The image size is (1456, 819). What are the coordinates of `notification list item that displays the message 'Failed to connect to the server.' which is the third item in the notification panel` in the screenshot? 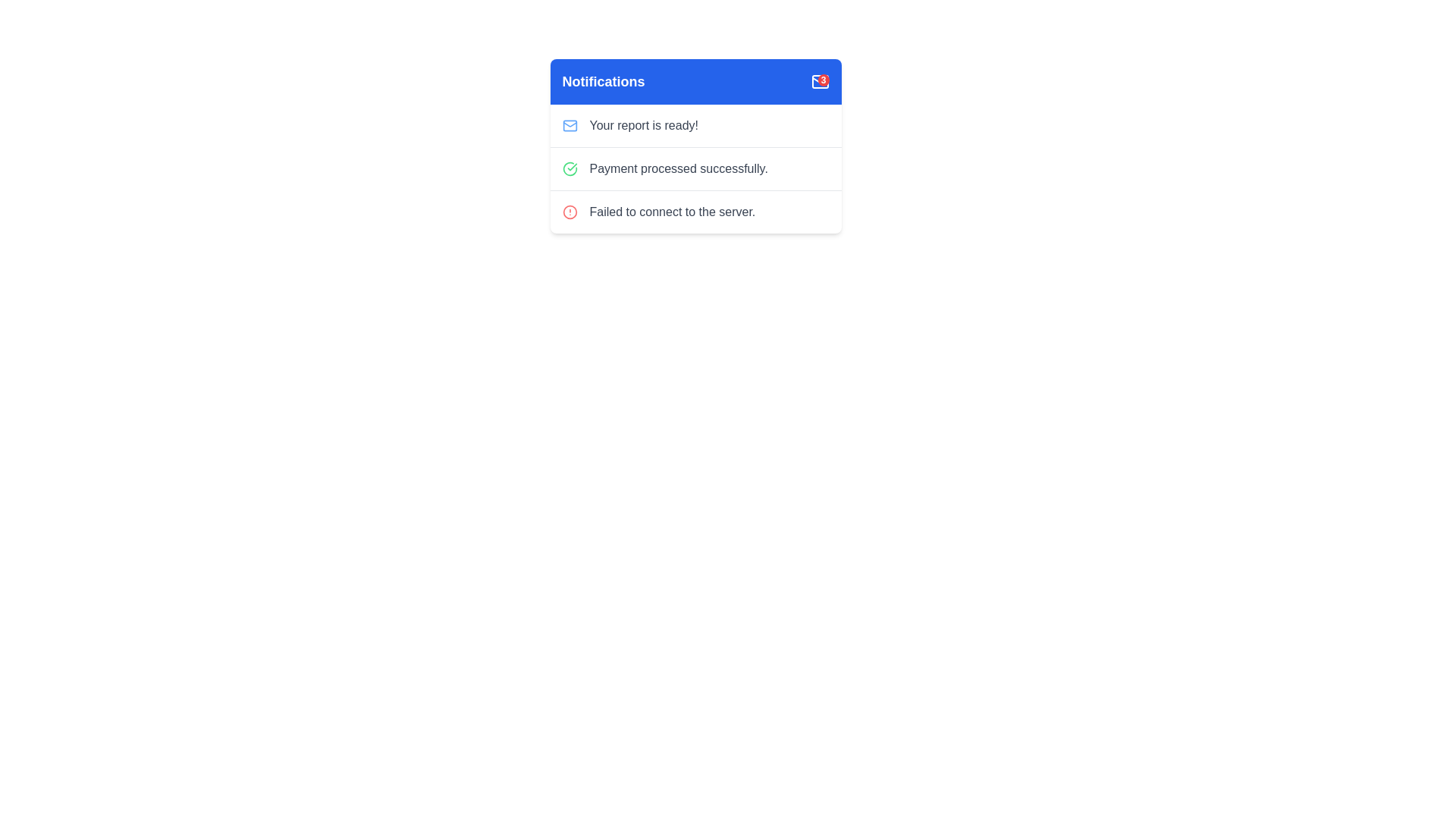 It's located at (695, 212).